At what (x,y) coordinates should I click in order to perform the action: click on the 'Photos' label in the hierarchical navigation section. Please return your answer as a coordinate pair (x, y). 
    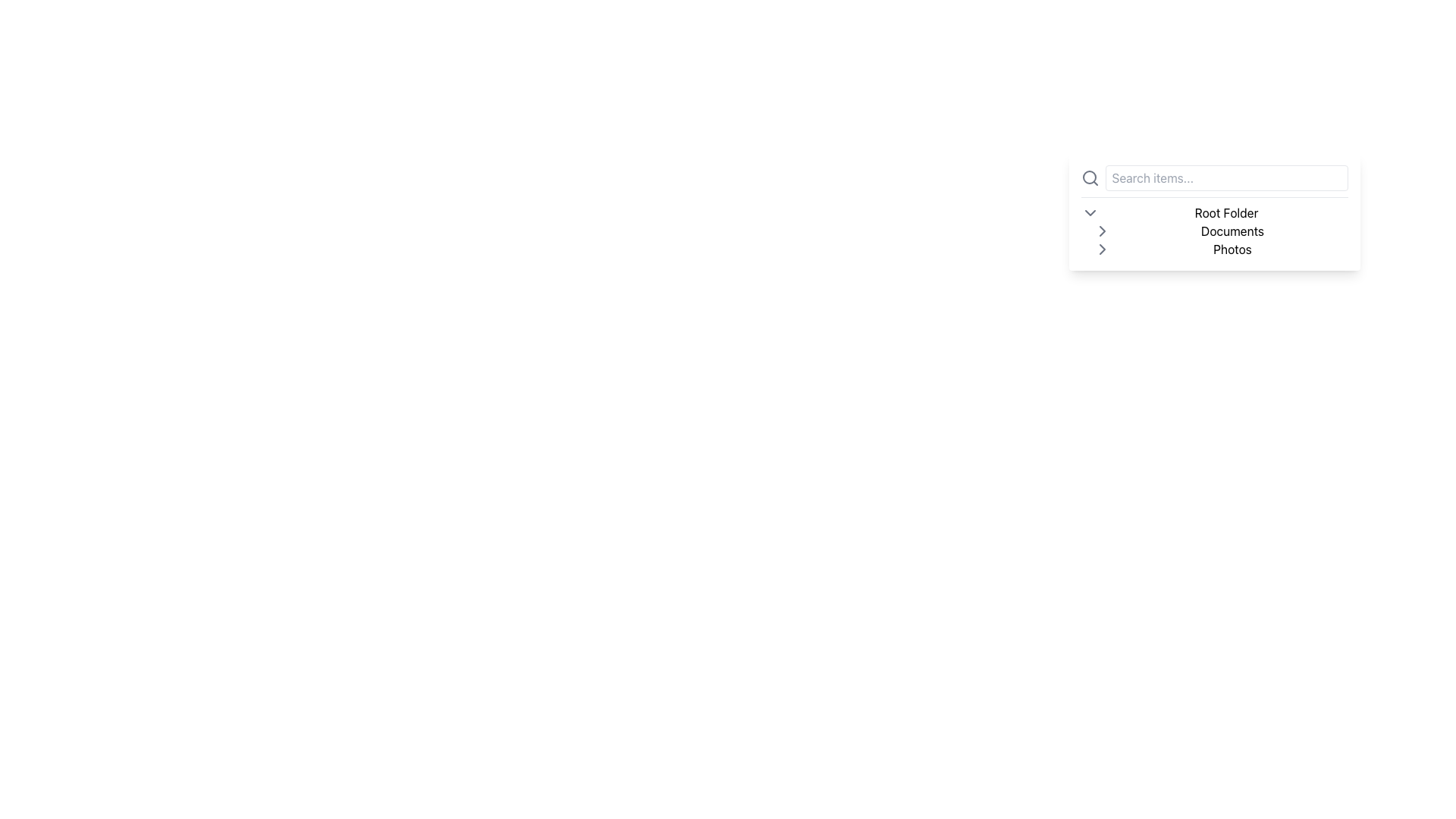
    Looking at the image, I should click on (1232, 248).